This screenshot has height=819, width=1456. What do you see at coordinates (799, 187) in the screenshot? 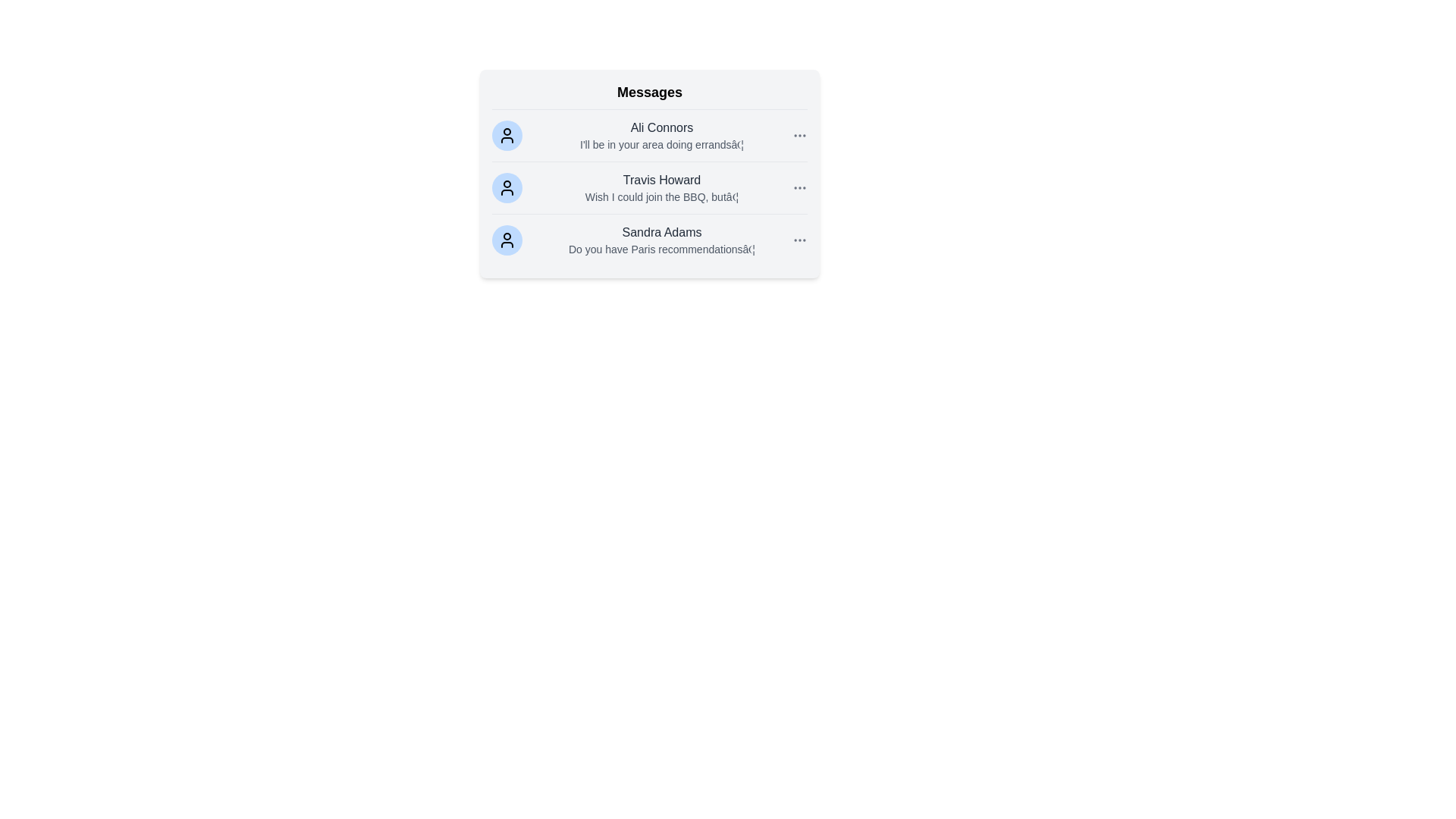
I see `the button located on the right side of the list item associated with 'Travis Howard'` at bounding box center [799, 187].